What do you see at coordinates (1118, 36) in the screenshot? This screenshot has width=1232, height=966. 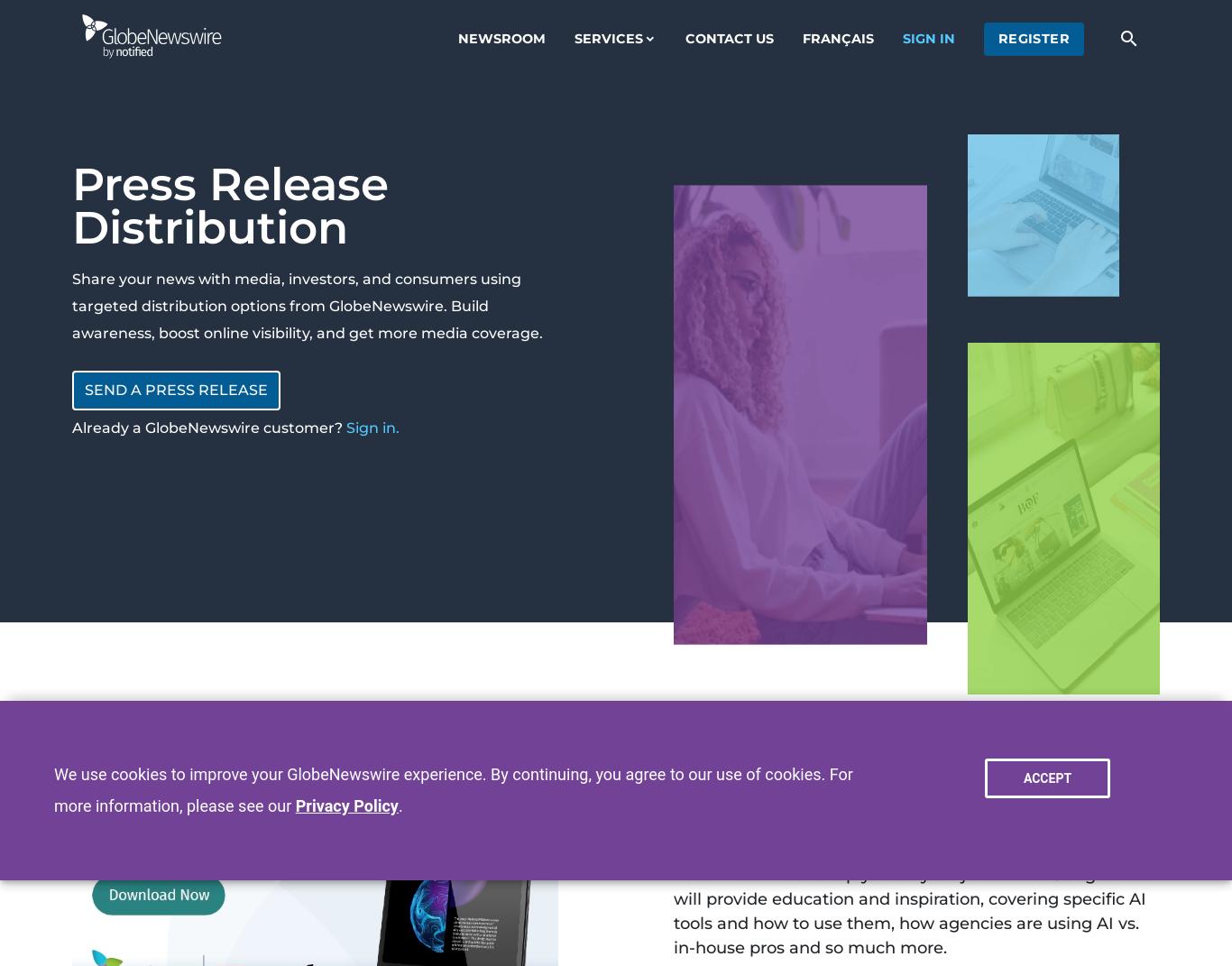 I see `'search'` at bounding box center [1118, 36].